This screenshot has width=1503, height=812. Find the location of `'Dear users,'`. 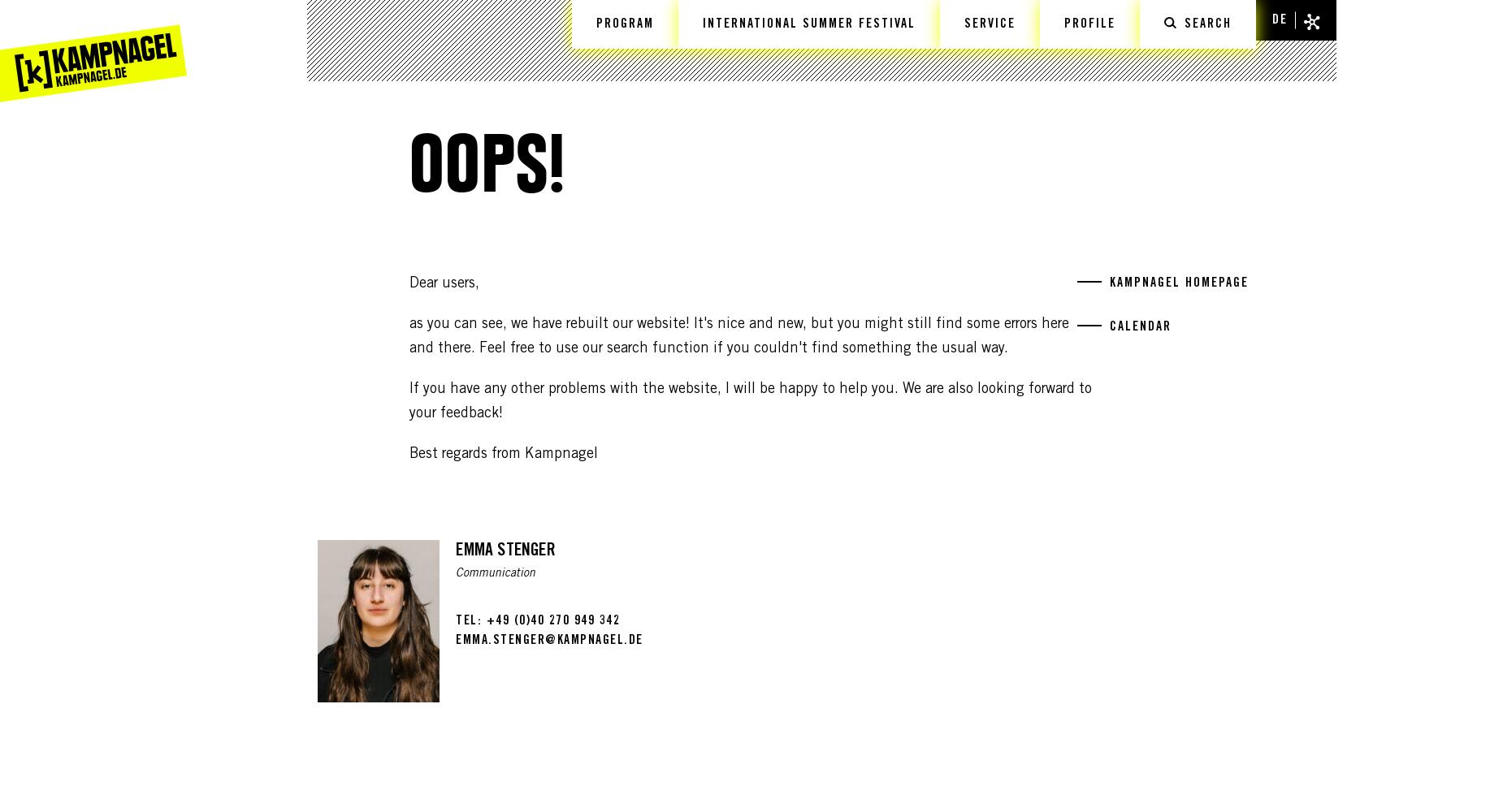

'Dear users,' is located at coordinates (443, 283).